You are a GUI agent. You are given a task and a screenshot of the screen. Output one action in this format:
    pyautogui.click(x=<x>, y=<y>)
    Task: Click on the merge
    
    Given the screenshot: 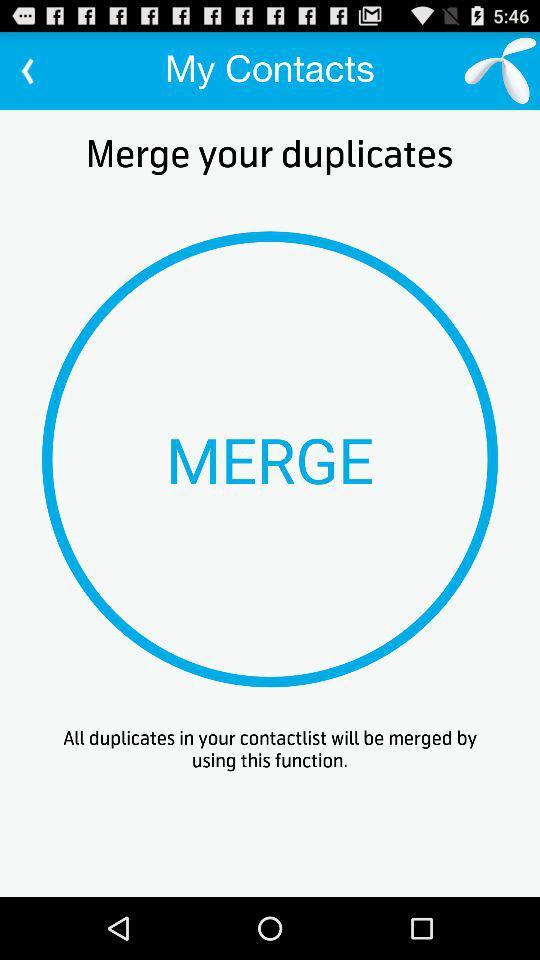 What is the action you would take?
    pyautogui.click(x=270, y=459)
    